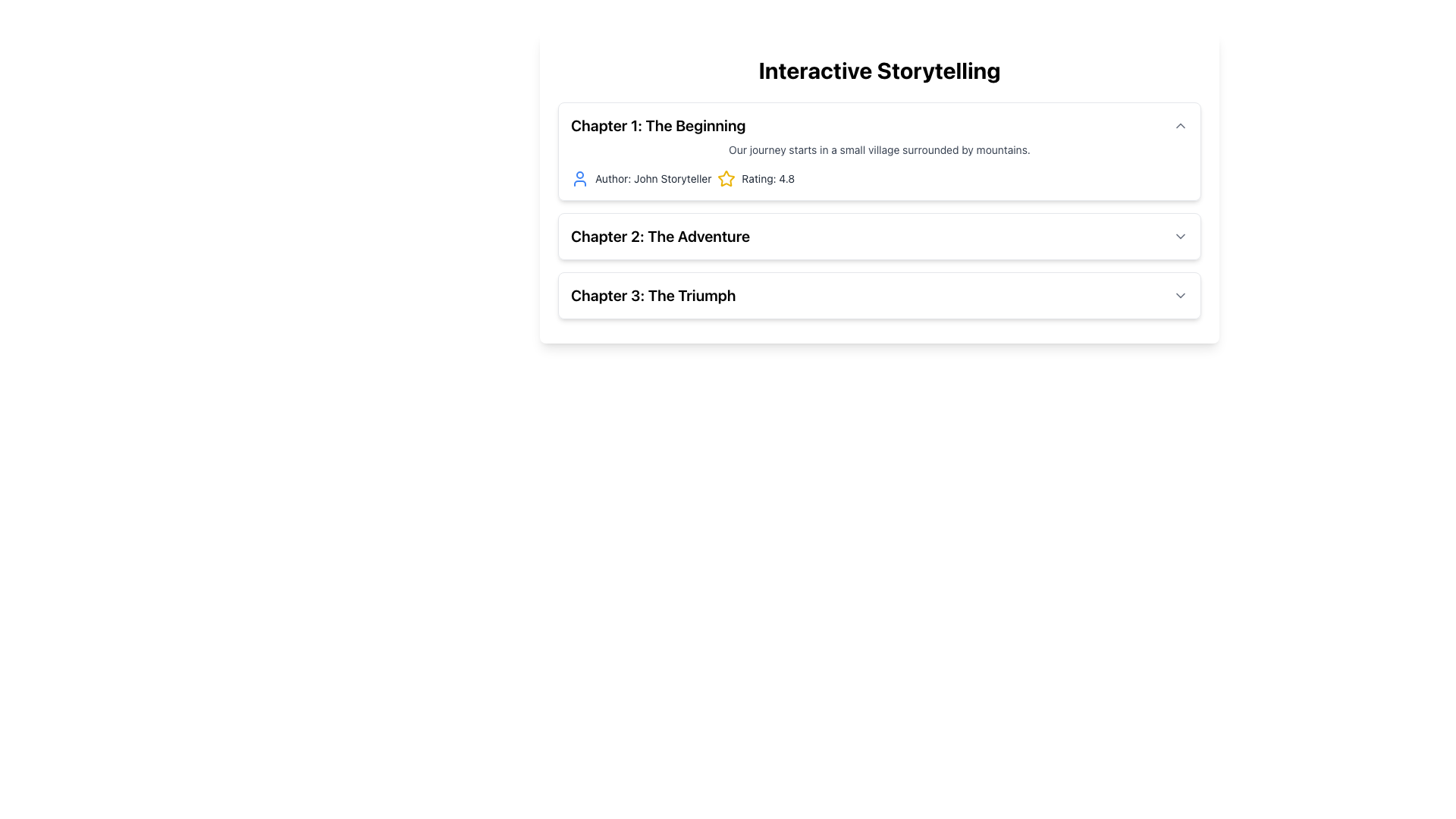  I want to click on the first chapter content display block within the 'Interactive Storytelling' section, so click(880, 210).